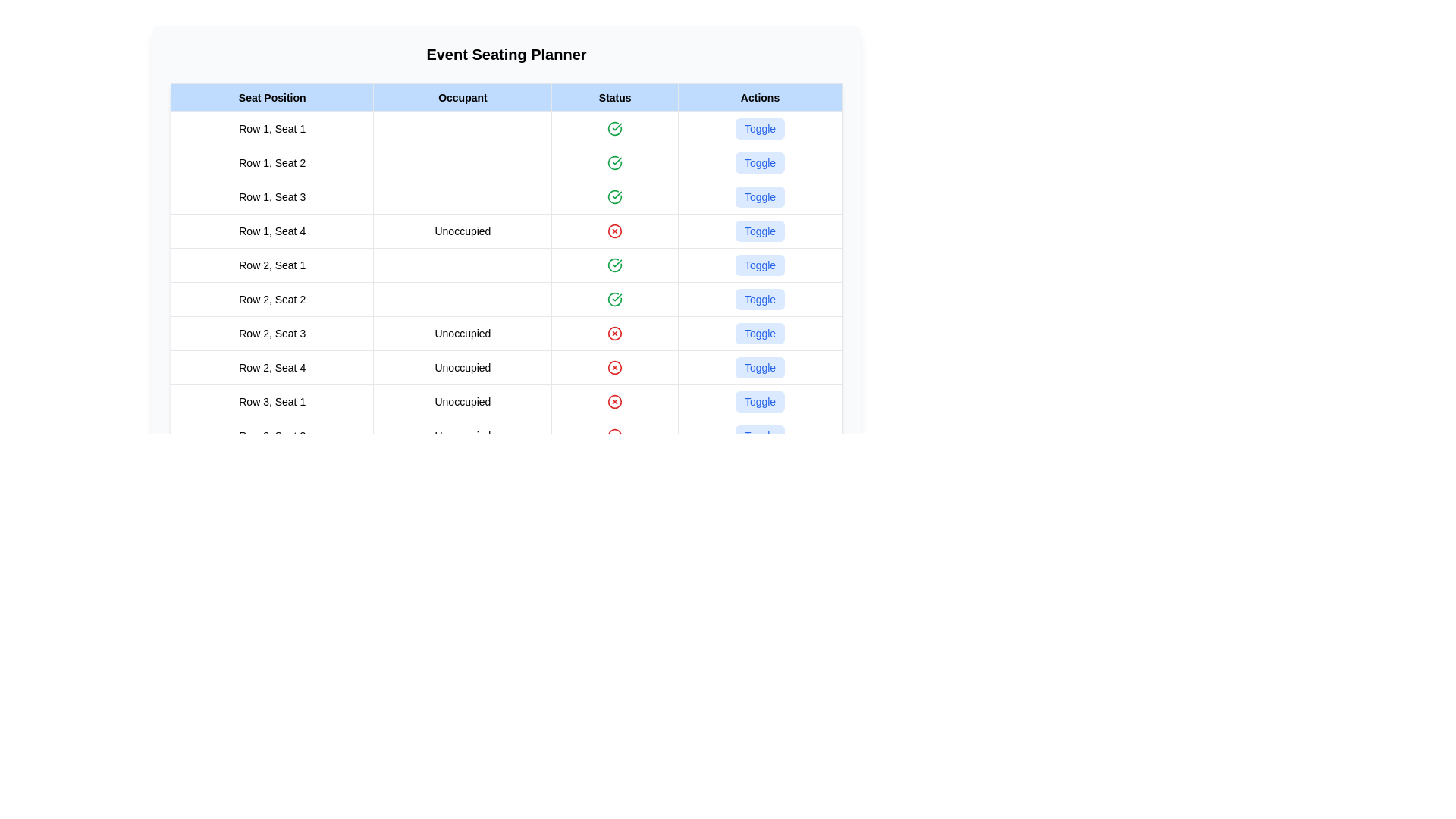 The height and width of the screenshot is (819, 1456). Describe the element at coordinates (462, 196) in the screenshot. I see `the second cell in the third column of the row labeled 'Row 1, Seat 3' in the table, which serves as a placeholder for potential content` at that location.